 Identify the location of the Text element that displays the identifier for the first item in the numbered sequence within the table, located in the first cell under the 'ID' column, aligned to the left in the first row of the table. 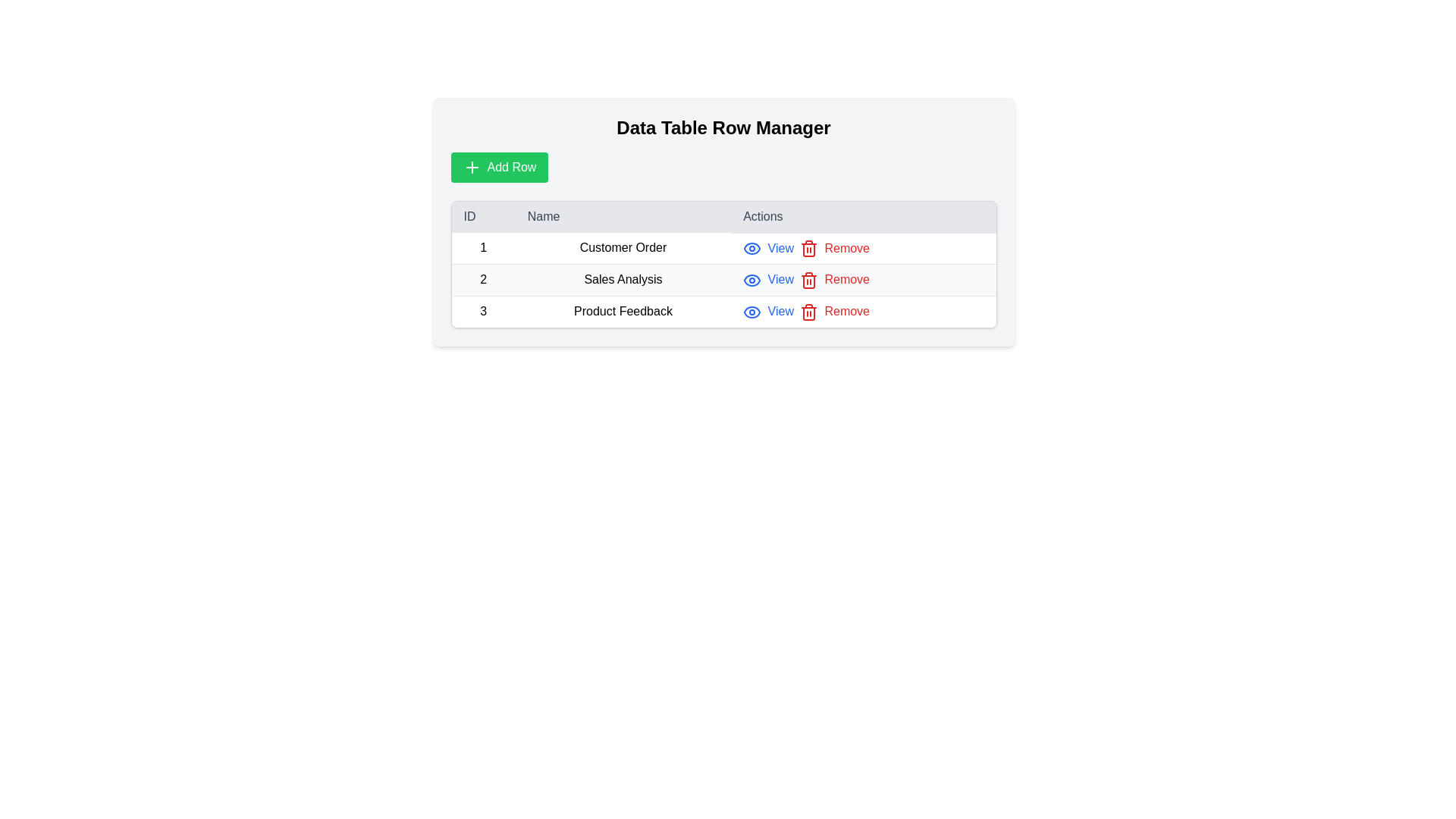
(482, 247).